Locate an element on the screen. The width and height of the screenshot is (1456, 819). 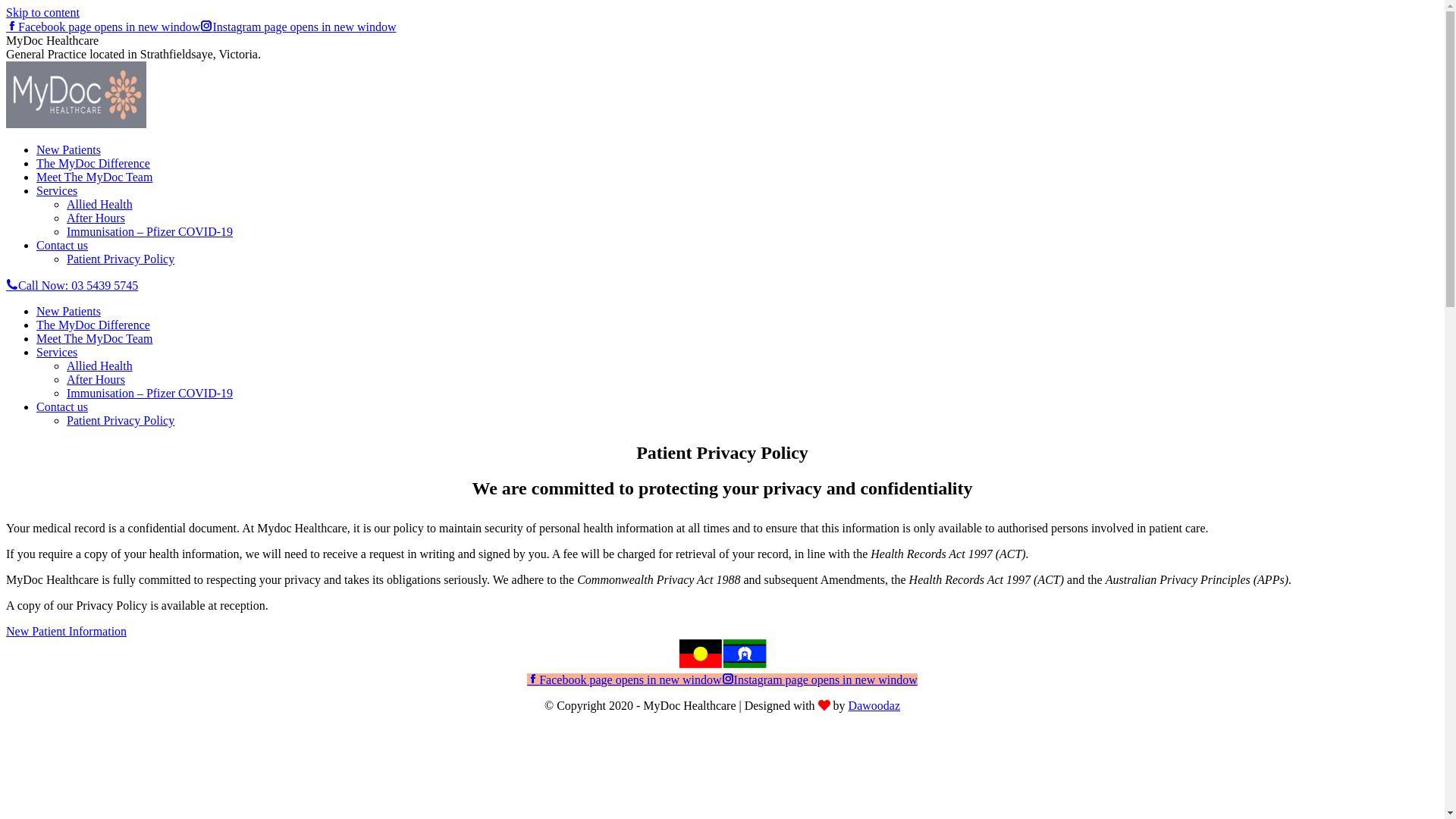
'Patient Privacy Policy' is located at coordinates (119, 420).